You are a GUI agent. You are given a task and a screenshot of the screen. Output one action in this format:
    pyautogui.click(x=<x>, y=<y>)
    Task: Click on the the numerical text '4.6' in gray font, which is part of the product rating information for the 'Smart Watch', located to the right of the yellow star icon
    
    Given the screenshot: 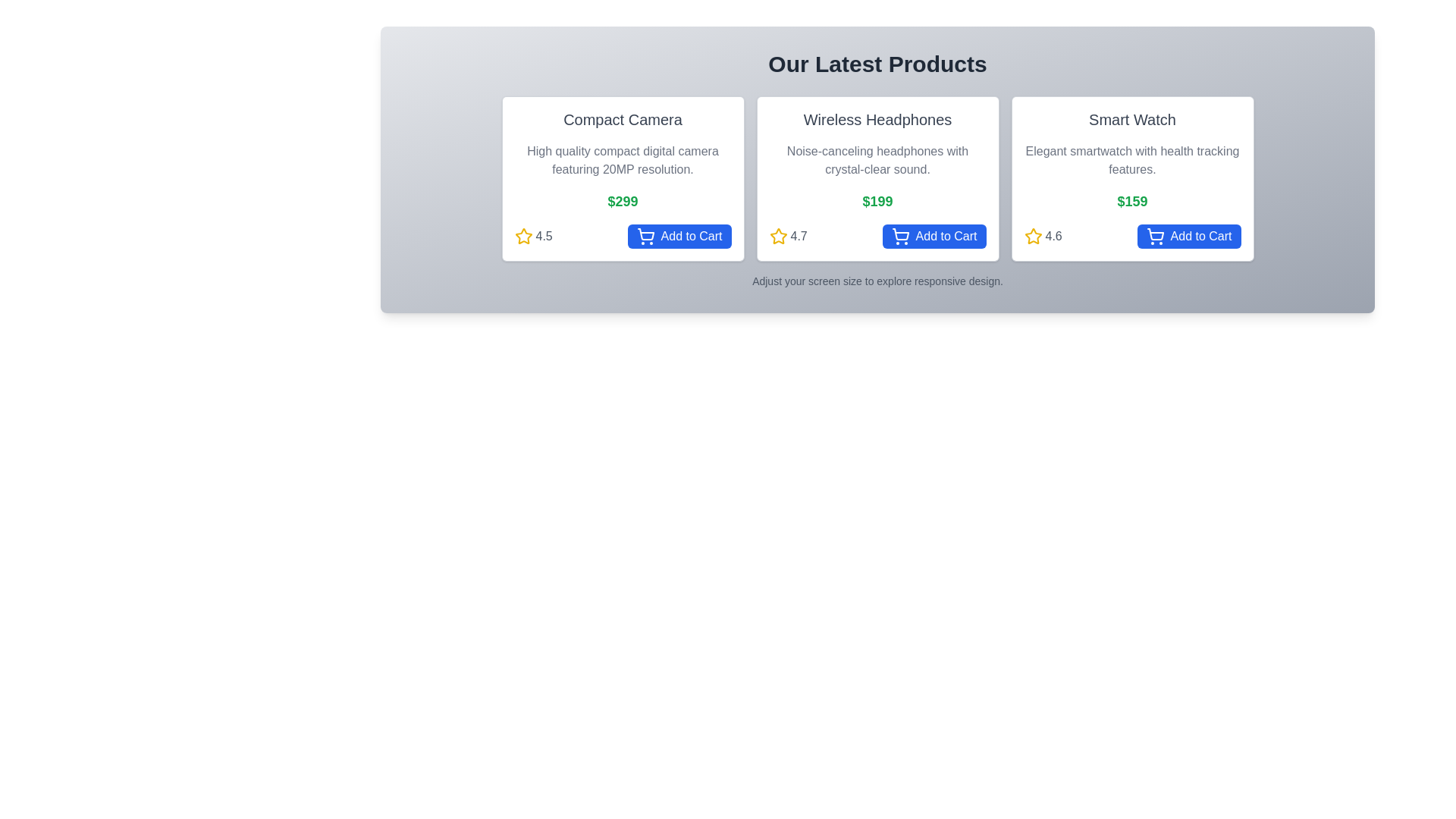 What is the action you would take?
    pyautogui.click(x=1053, y=237)
    